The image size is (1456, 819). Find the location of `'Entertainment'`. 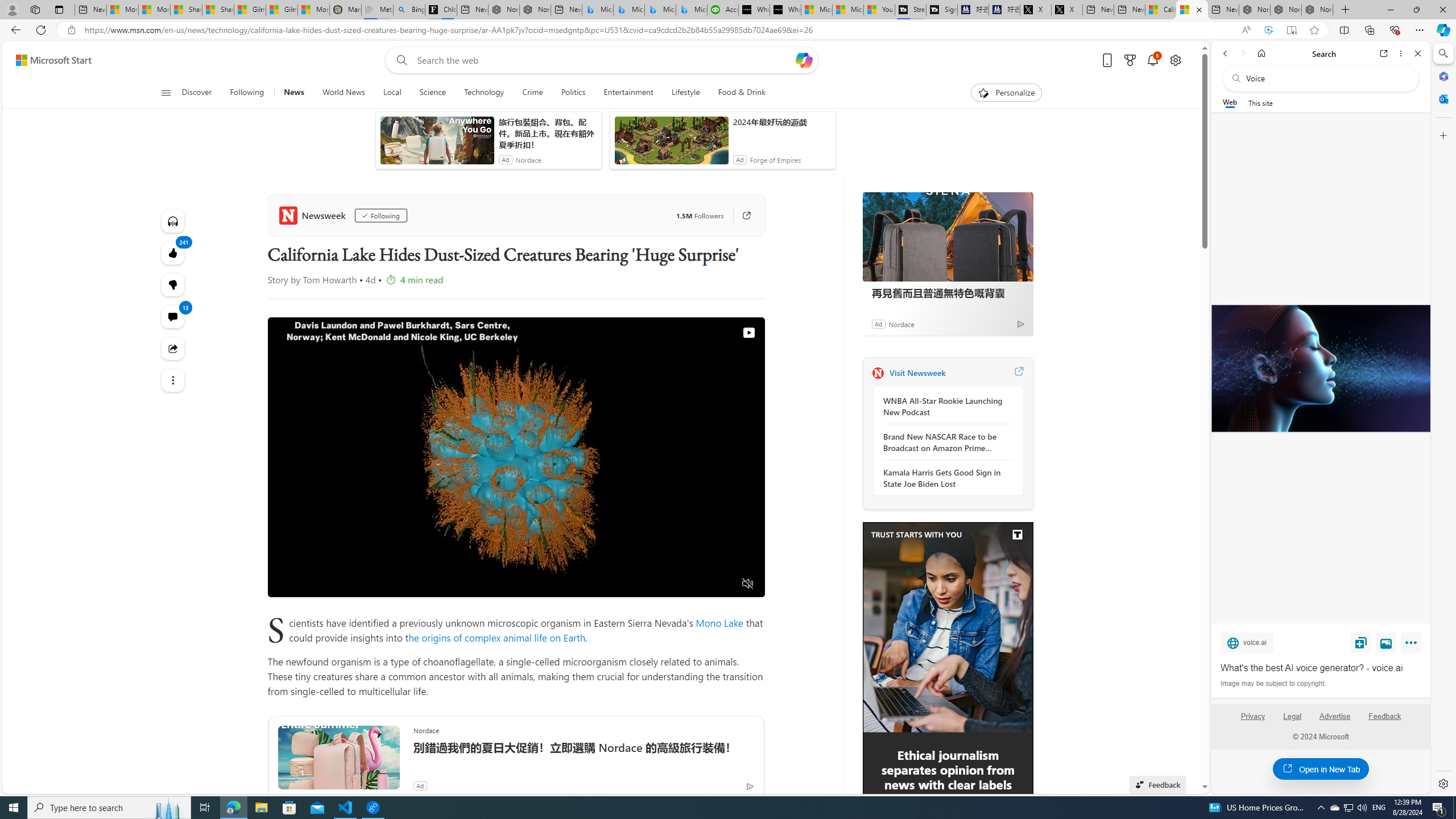

'Entertainment' is located at coordinates (628, 92).